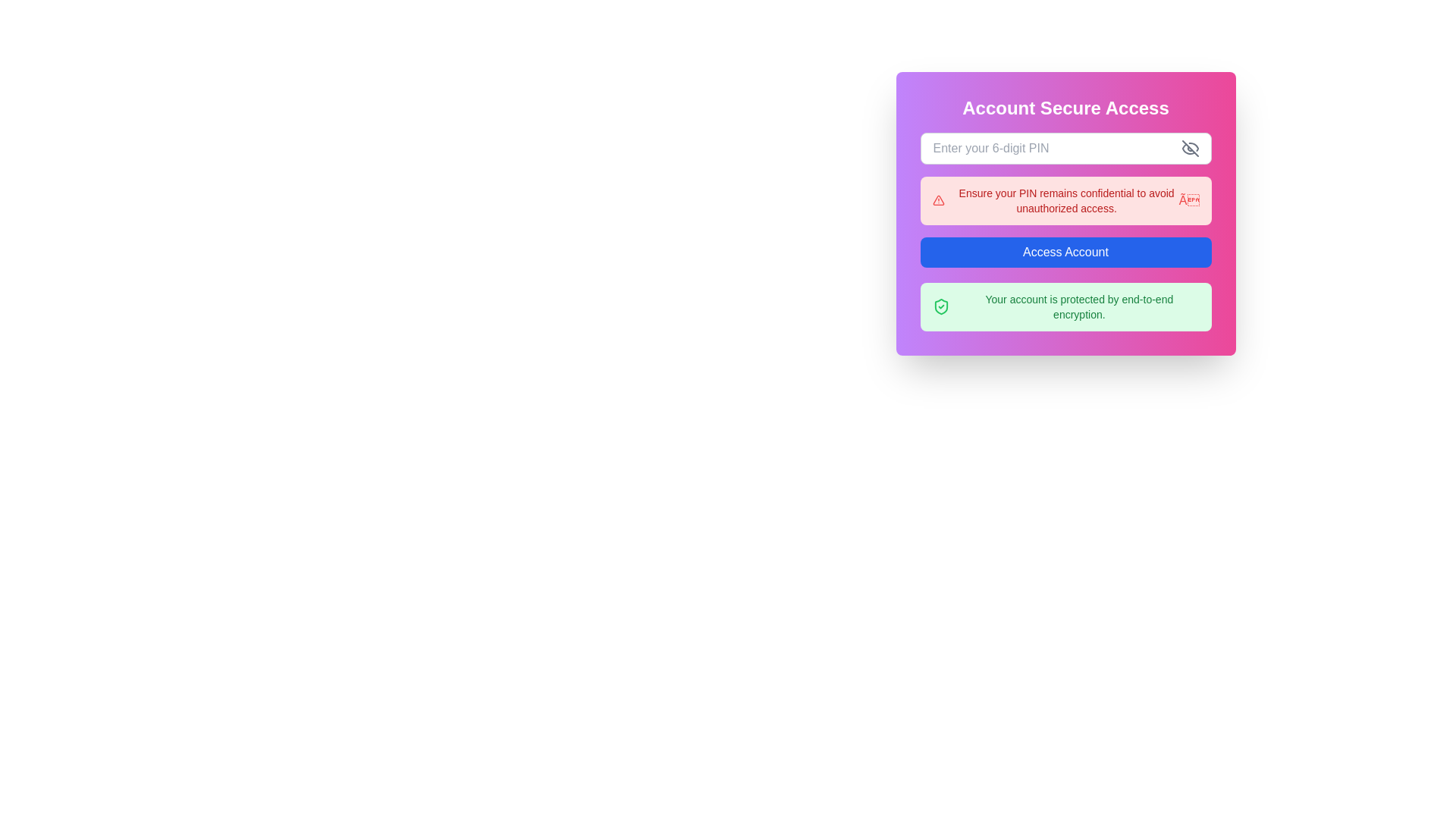 This screenshot has width=1456, height=819. Describe the element at coordinates (940, 307) in the screenshot. I see `the shield icon with a checkmark inside, which is located in the bottom green notification box of the card` at that location.